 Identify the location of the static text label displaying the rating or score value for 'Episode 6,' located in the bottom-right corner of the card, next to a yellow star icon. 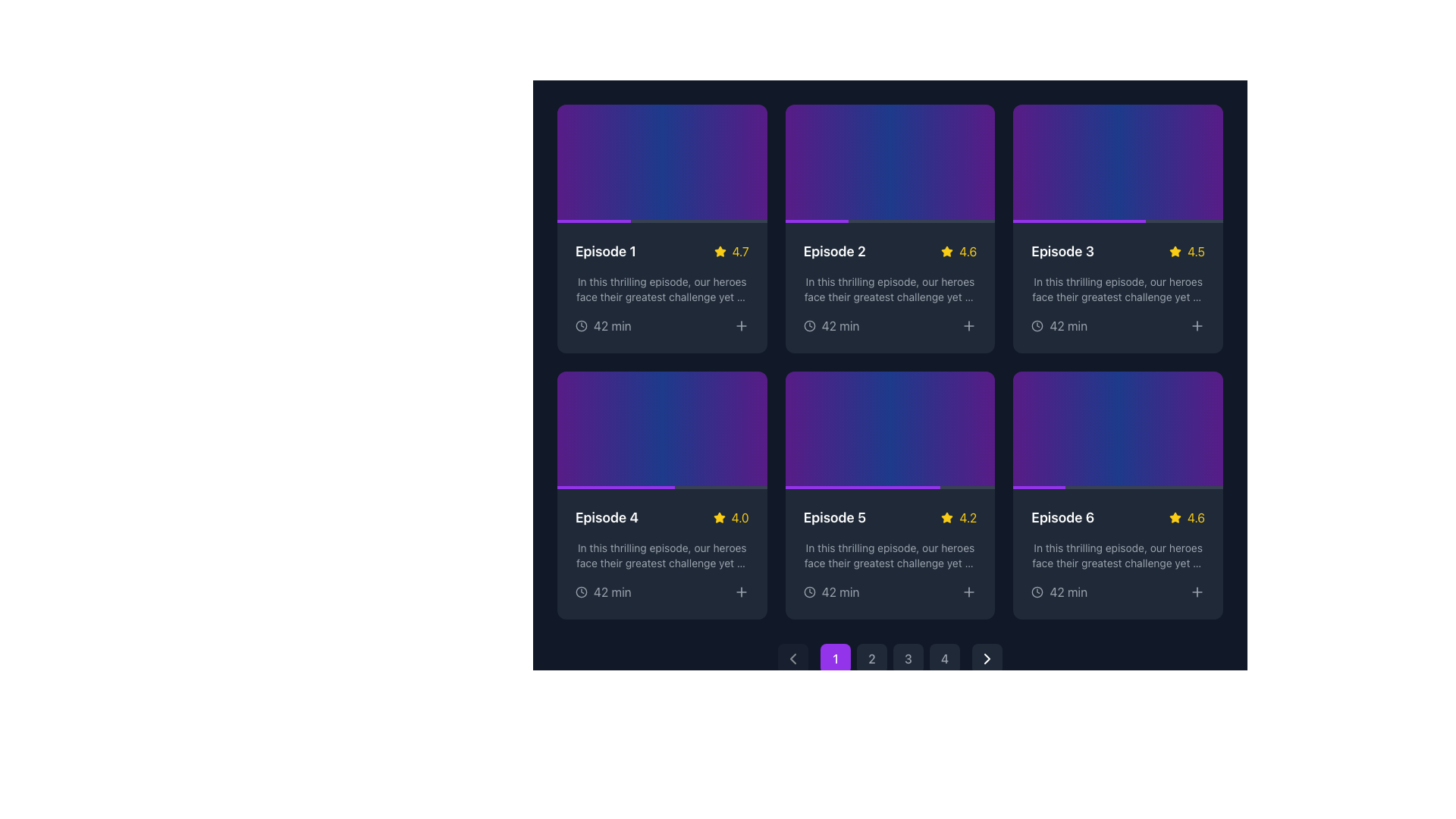
(1195, 517).